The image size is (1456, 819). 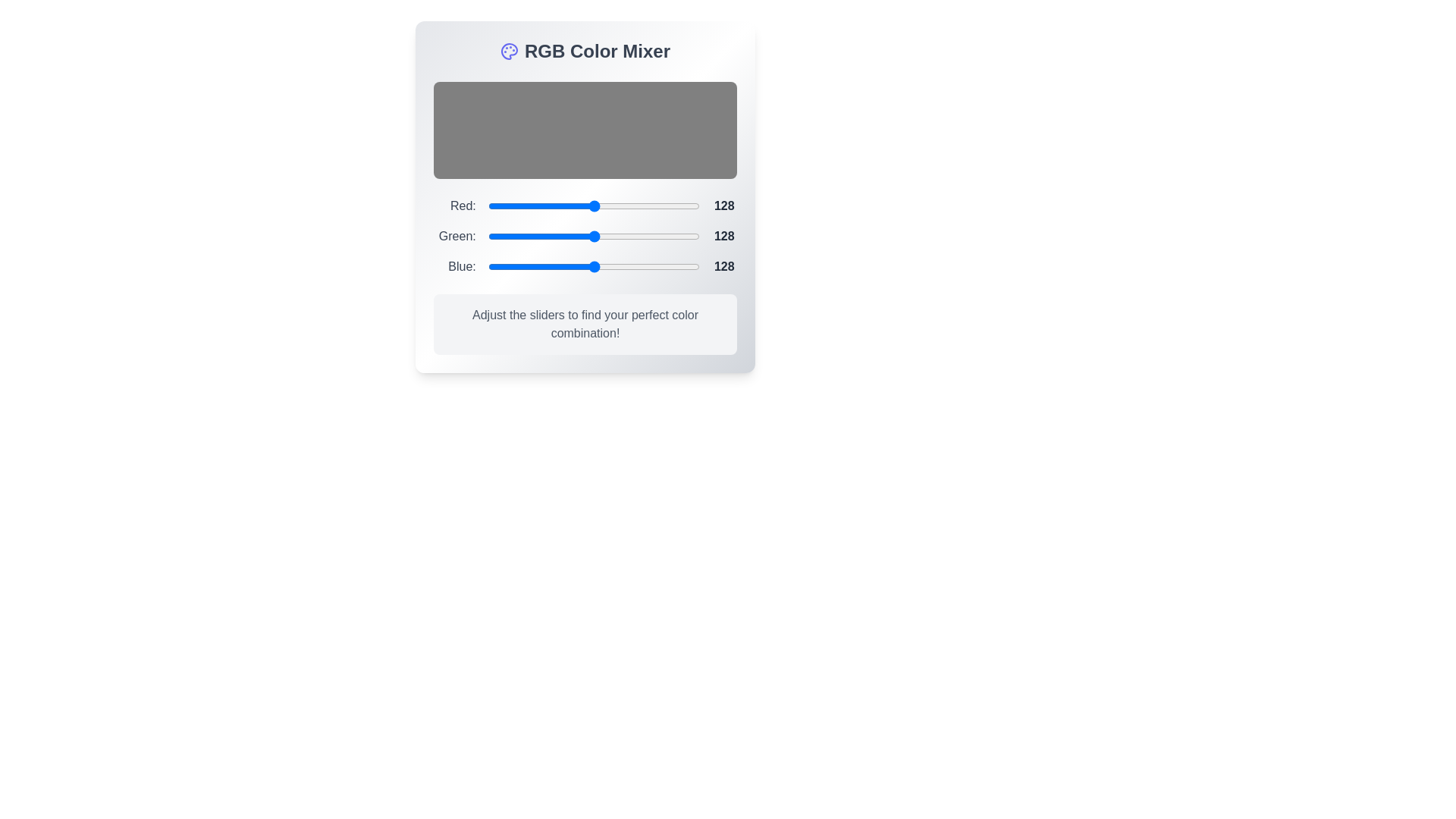 I want to click on the 1 slider to a value of 99, so click(x=635, y=237).